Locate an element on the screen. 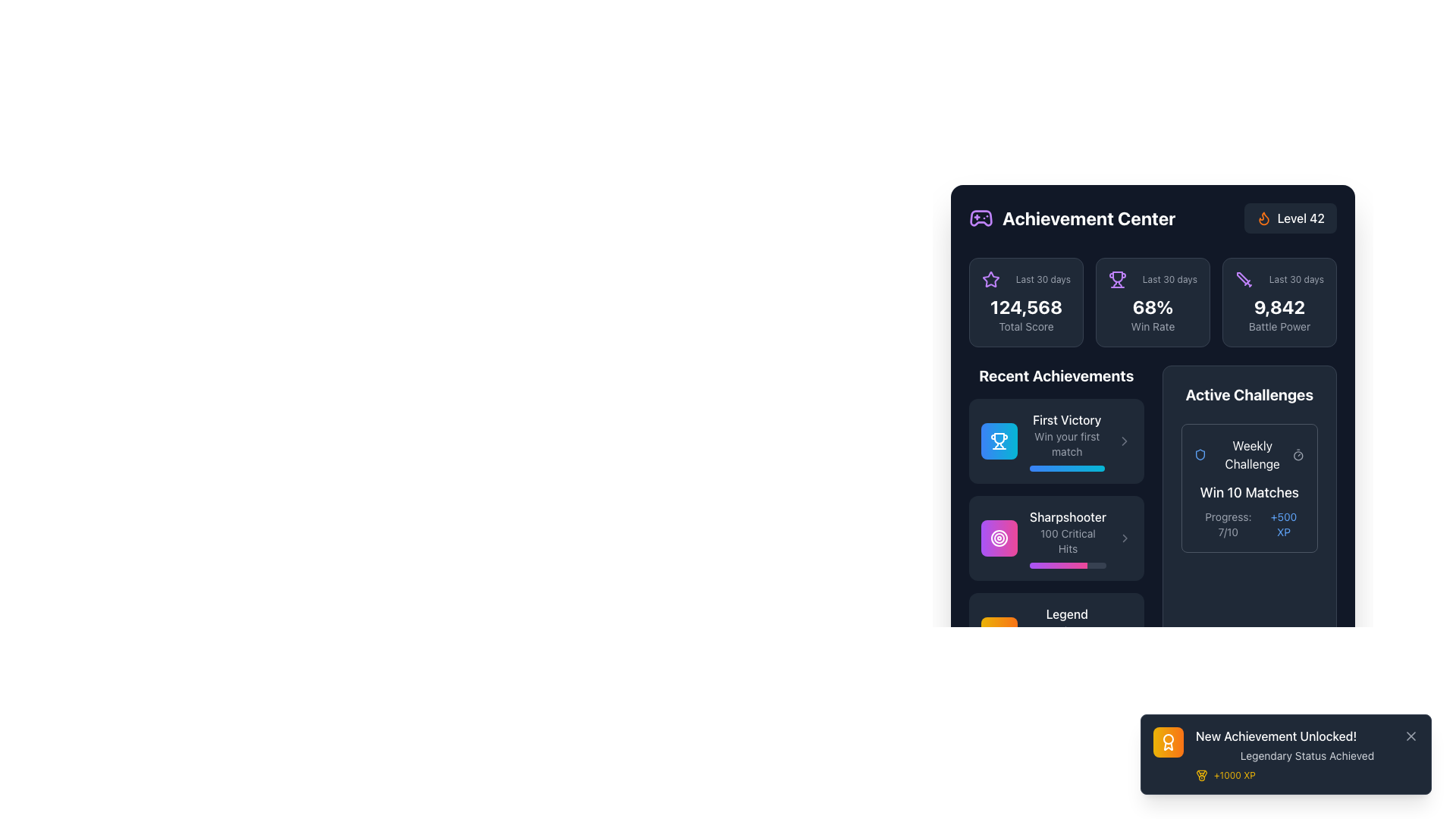 The width and height of the screenshot is (1456, 819). the static text display showing the user's current Battle Power, located at the top-right corner of the interface above the 'Battle Power' label is located at coordinates (1279, 307).